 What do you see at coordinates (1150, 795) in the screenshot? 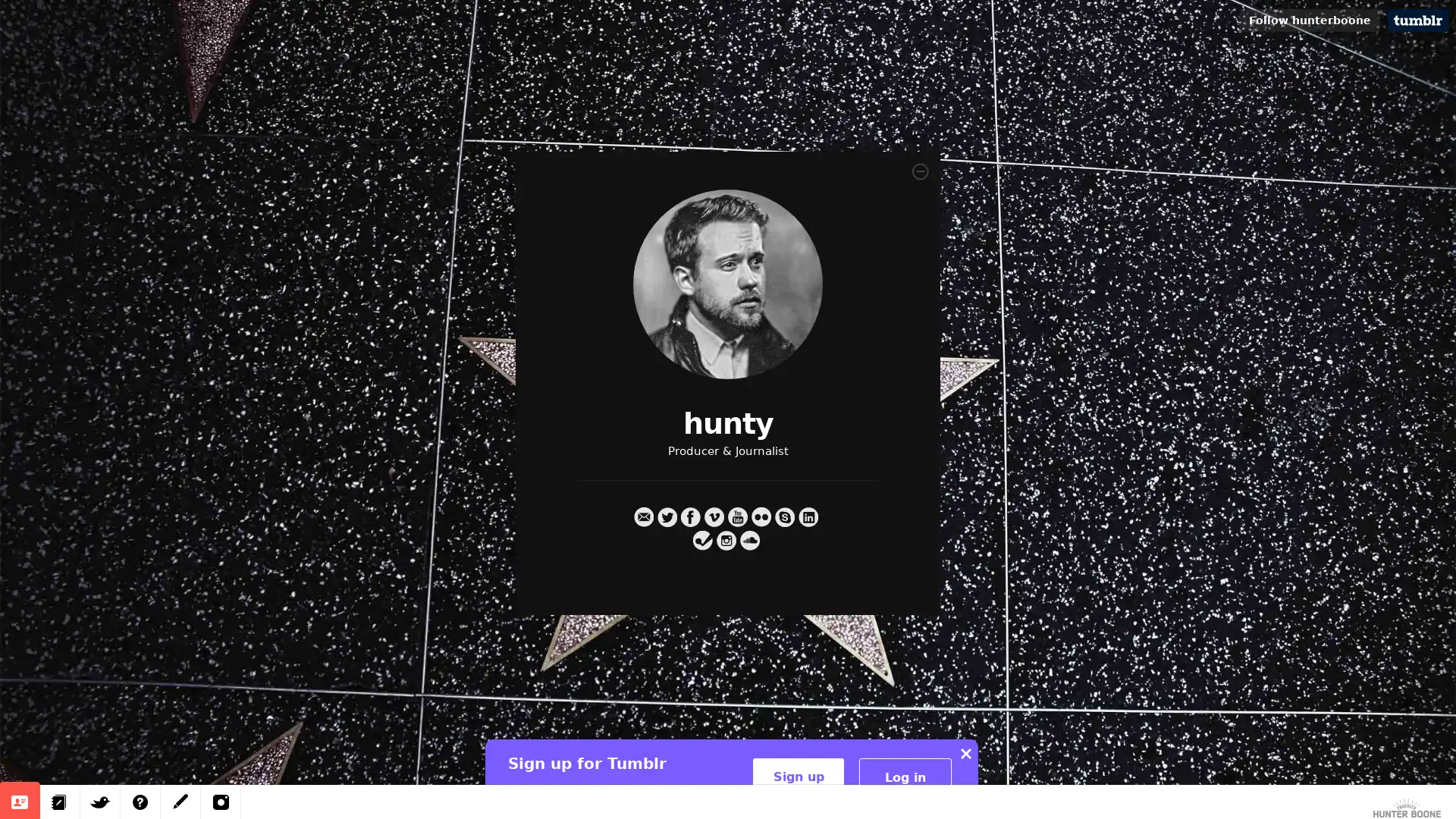
I see `play` at bounding box center [1150, 795].